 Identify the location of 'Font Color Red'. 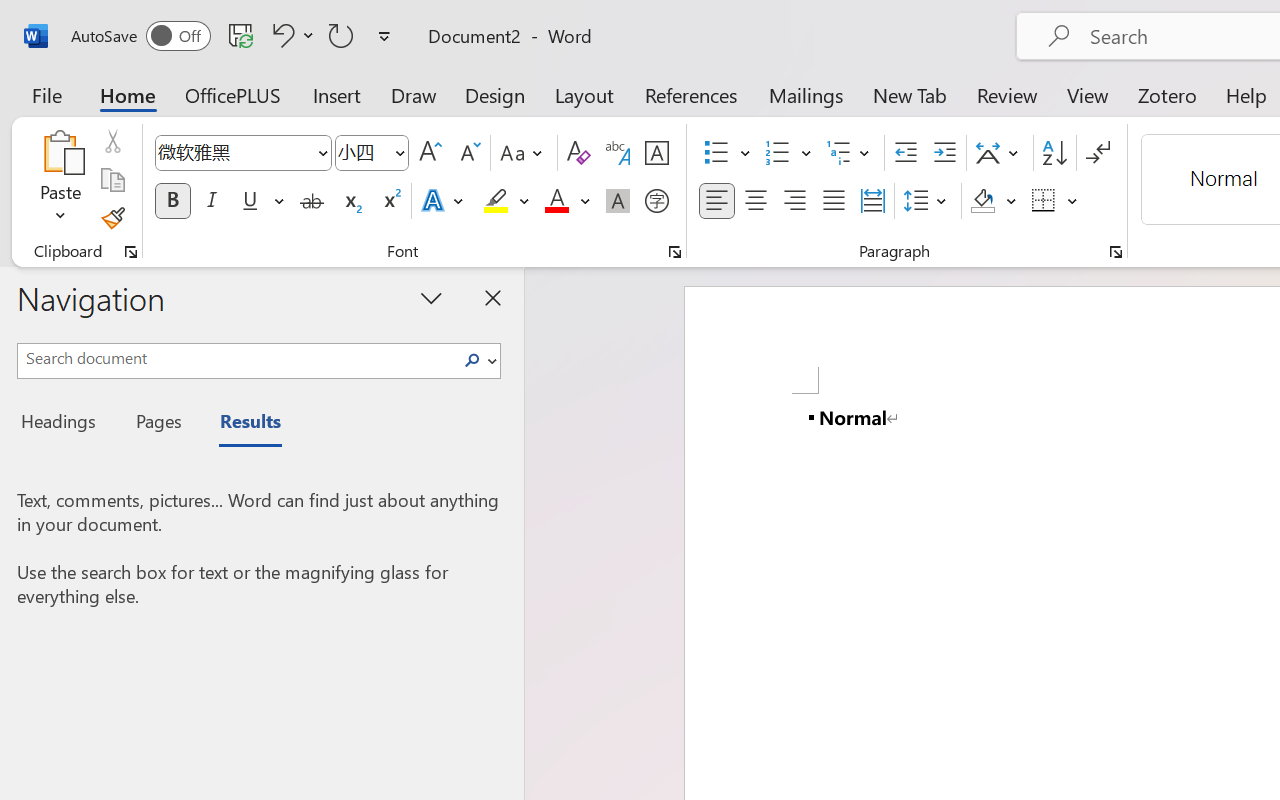
(556, 201).